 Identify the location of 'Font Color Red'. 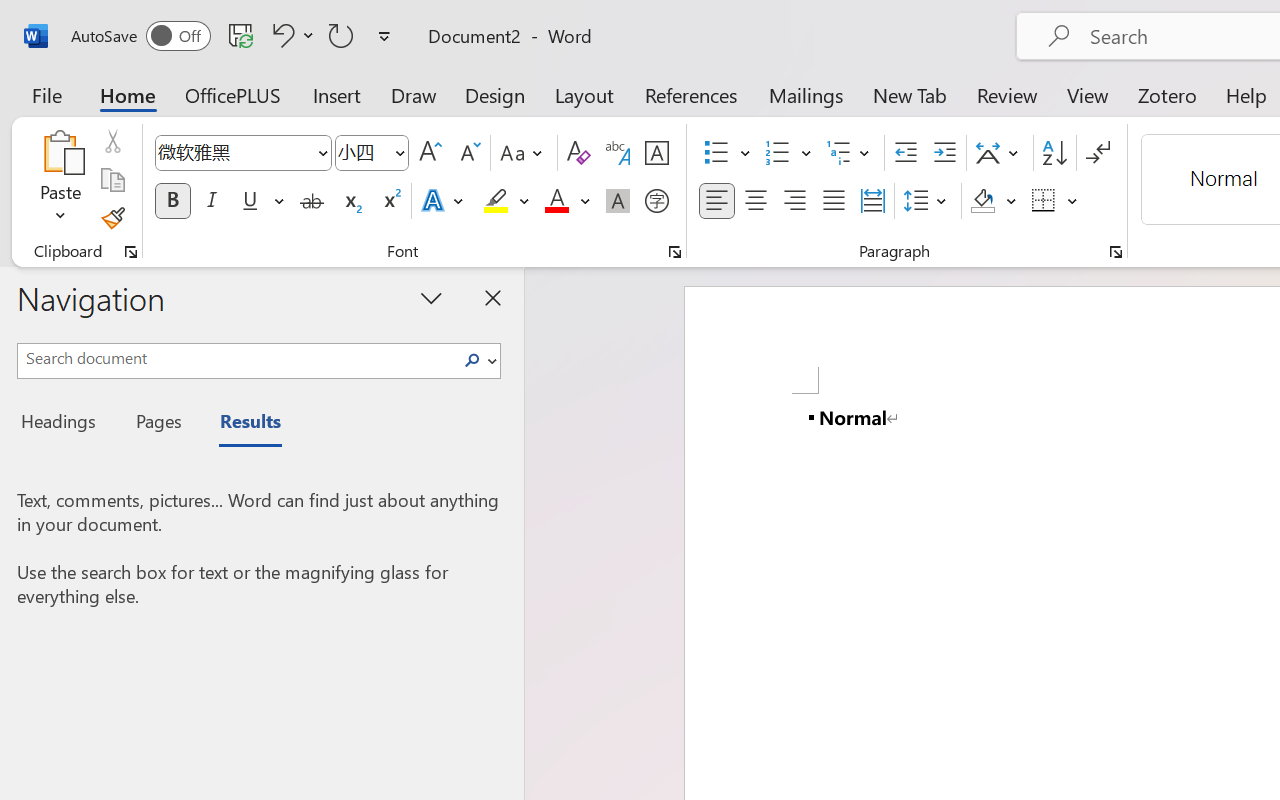
(556, 201).